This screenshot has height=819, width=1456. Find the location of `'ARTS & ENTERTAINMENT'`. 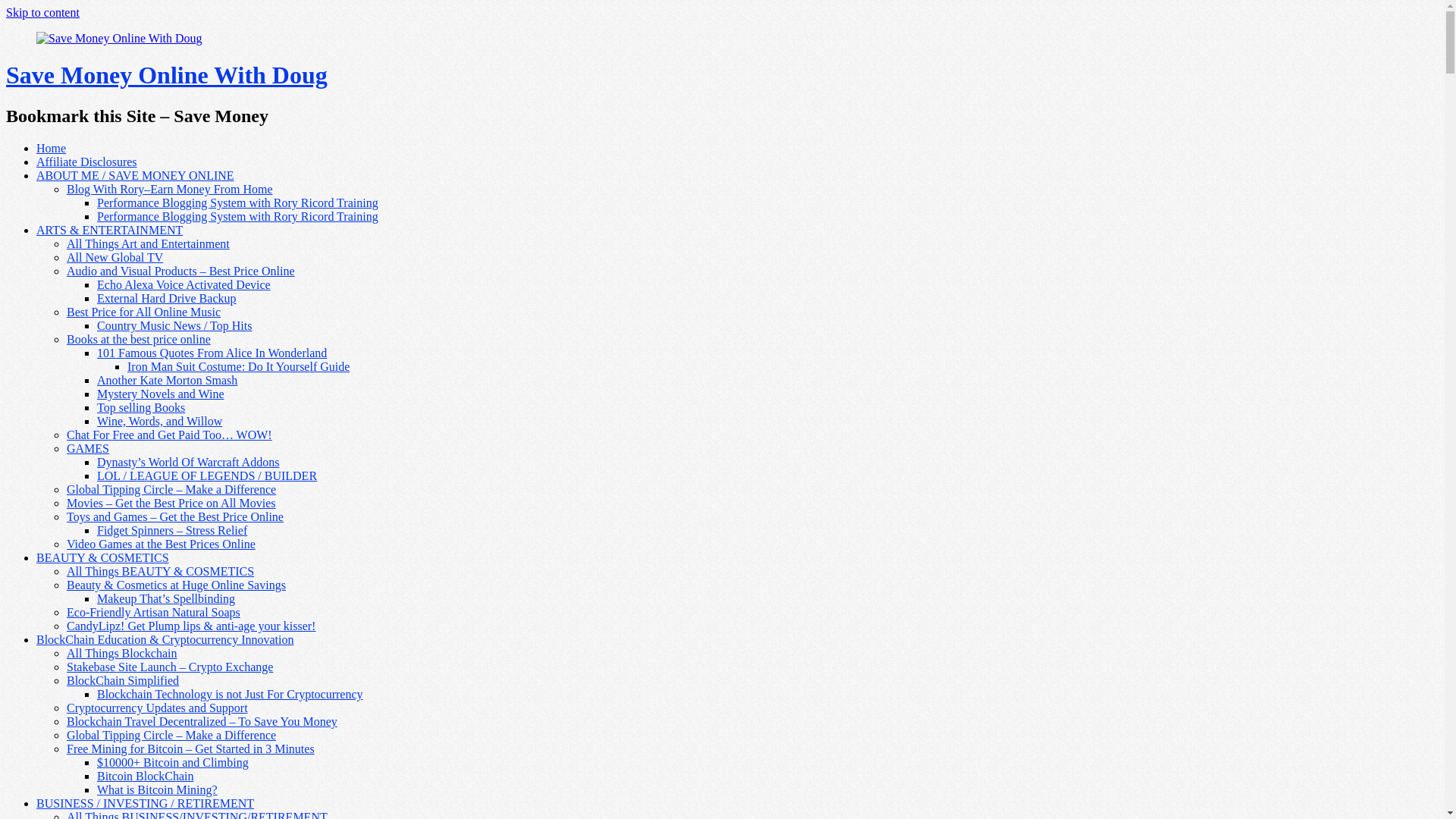

'ARTS & ENTERTAINMENT' is located at coordinates (36, 230).